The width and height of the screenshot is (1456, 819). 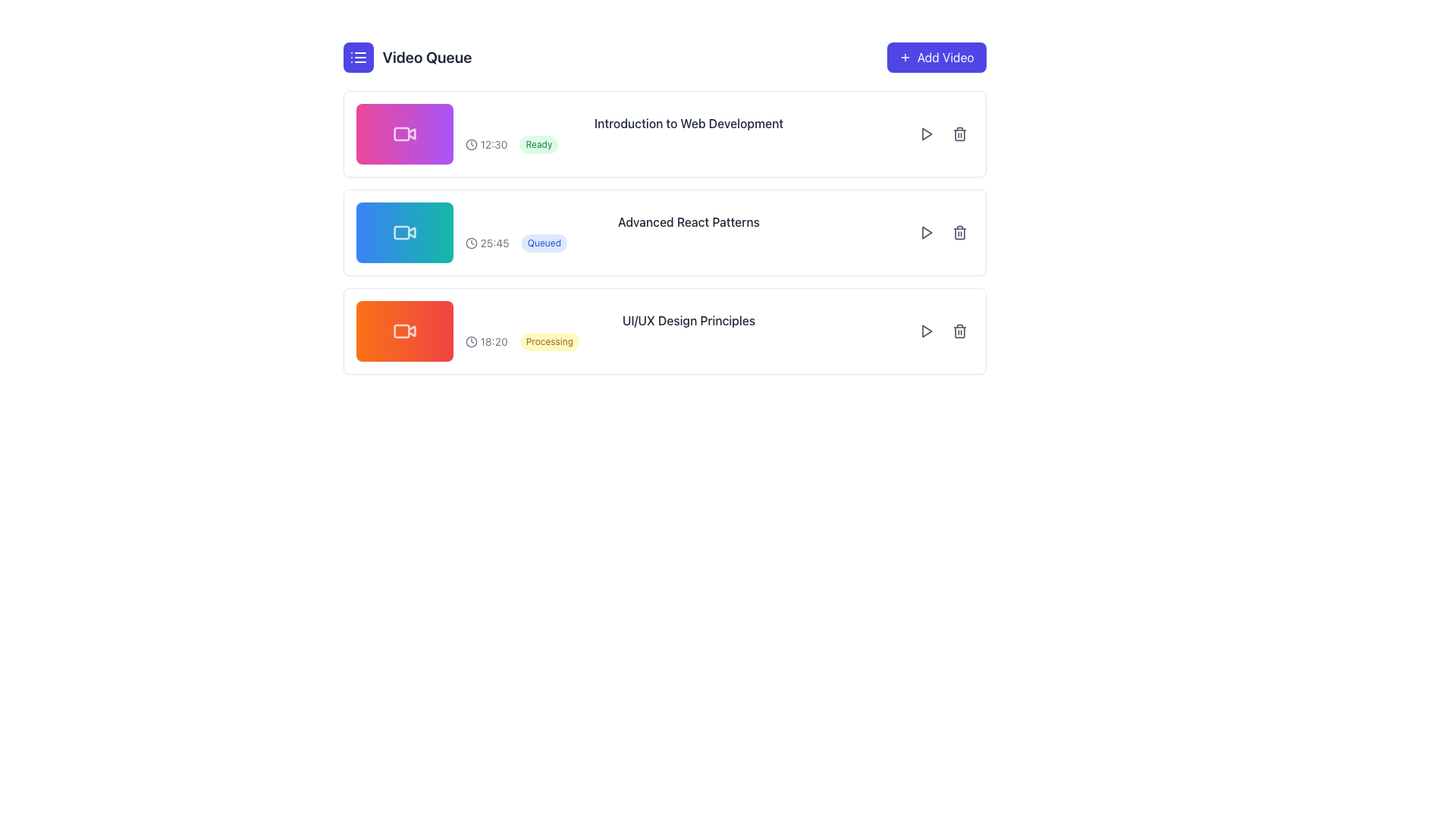 What do you see at coordinates (959, 233) in the screenshot?
I see `the circular delete button with a trash can icon located on the far right side of the 'Advanced React Patterns' list item` at bounding box center [959, 233].